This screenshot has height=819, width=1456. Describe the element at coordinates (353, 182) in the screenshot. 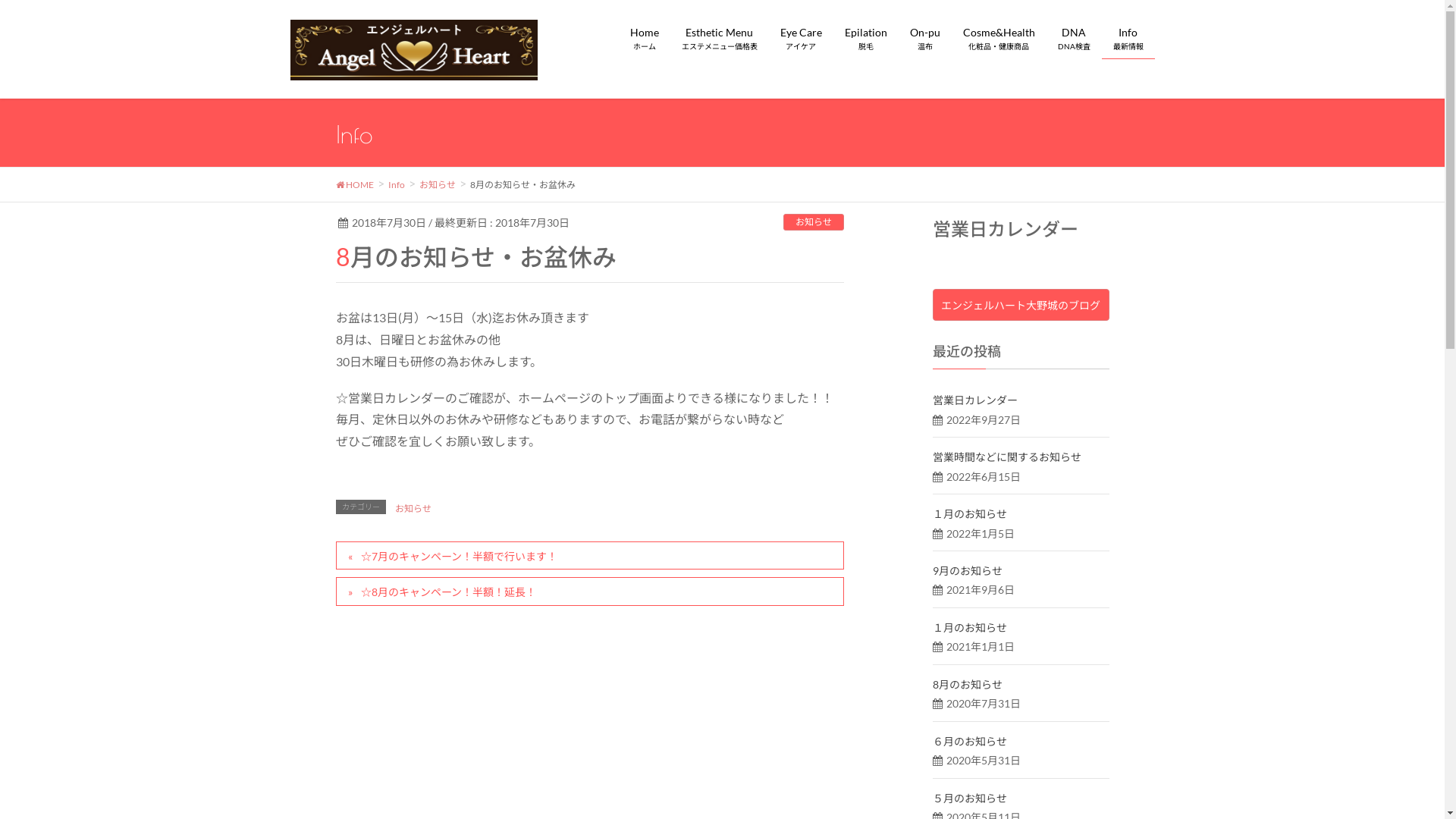

I see `'HOME'` at that location.